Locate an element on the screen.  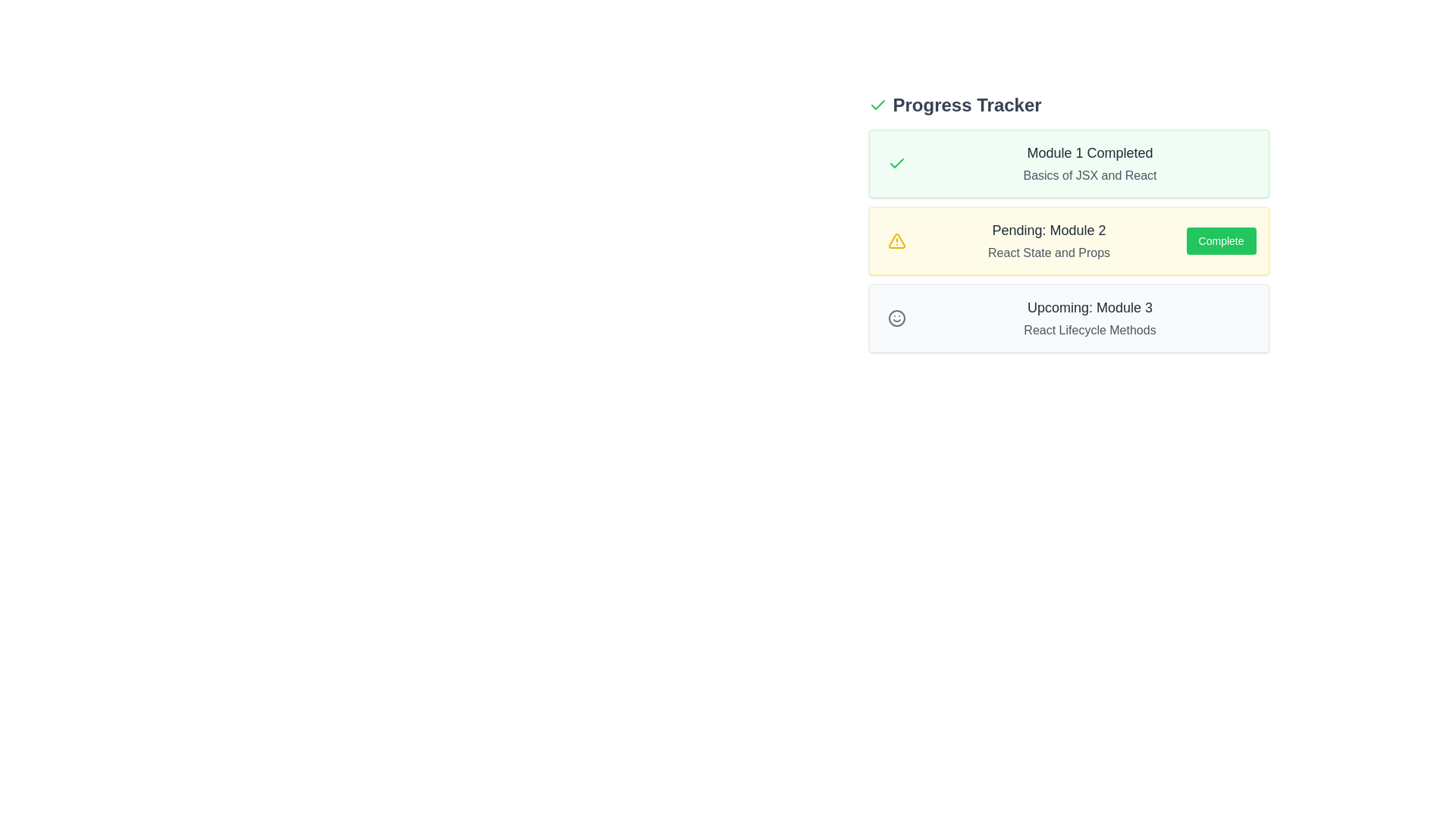
text label displaying 'React State and Props' located below the 'Pending: Module 2' section in the progress tracker is located at coordinates (1048, 253).